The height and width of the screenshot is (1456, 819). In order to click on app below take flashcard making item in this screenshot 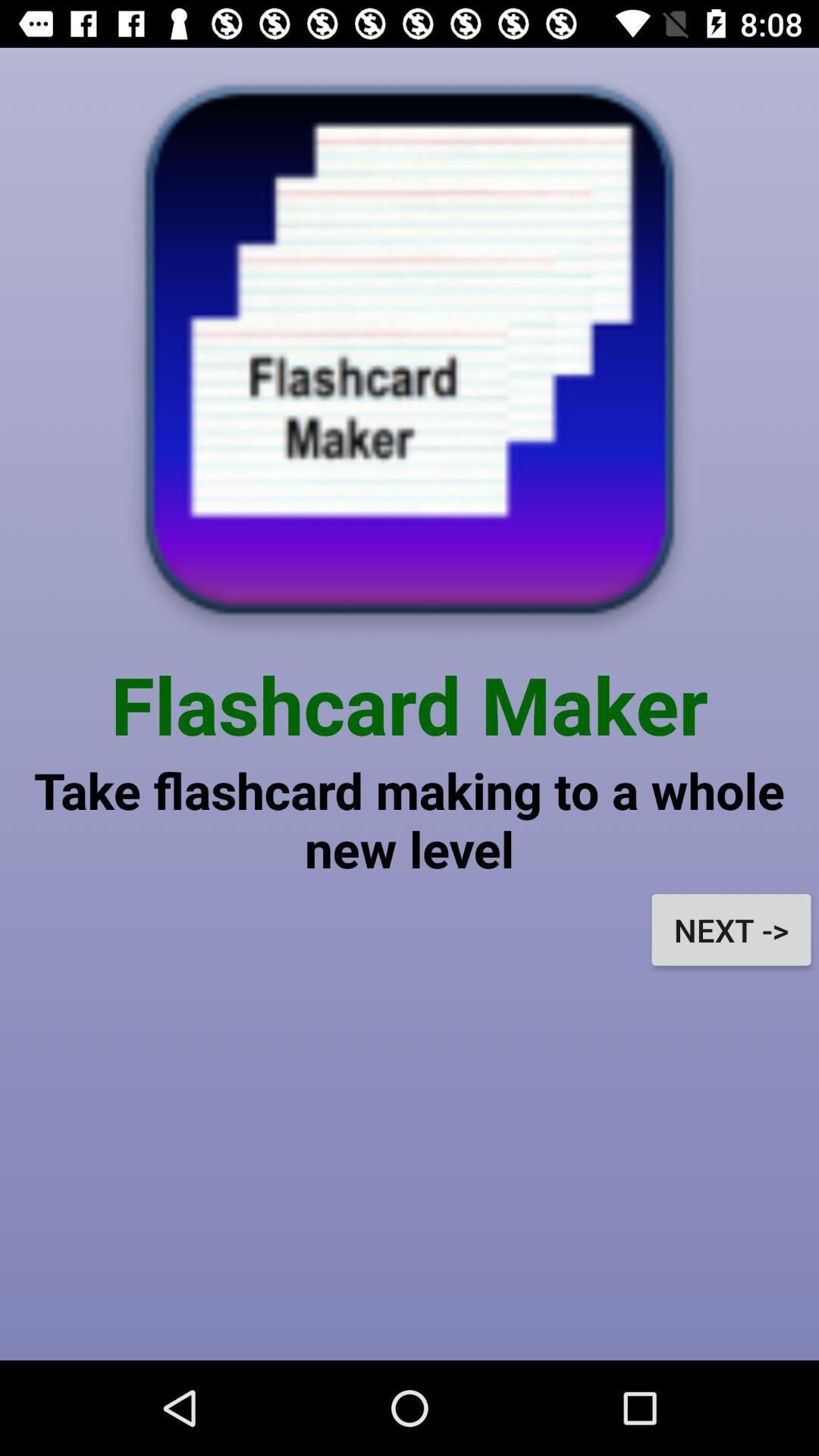, I will do `click(730, 929)`.